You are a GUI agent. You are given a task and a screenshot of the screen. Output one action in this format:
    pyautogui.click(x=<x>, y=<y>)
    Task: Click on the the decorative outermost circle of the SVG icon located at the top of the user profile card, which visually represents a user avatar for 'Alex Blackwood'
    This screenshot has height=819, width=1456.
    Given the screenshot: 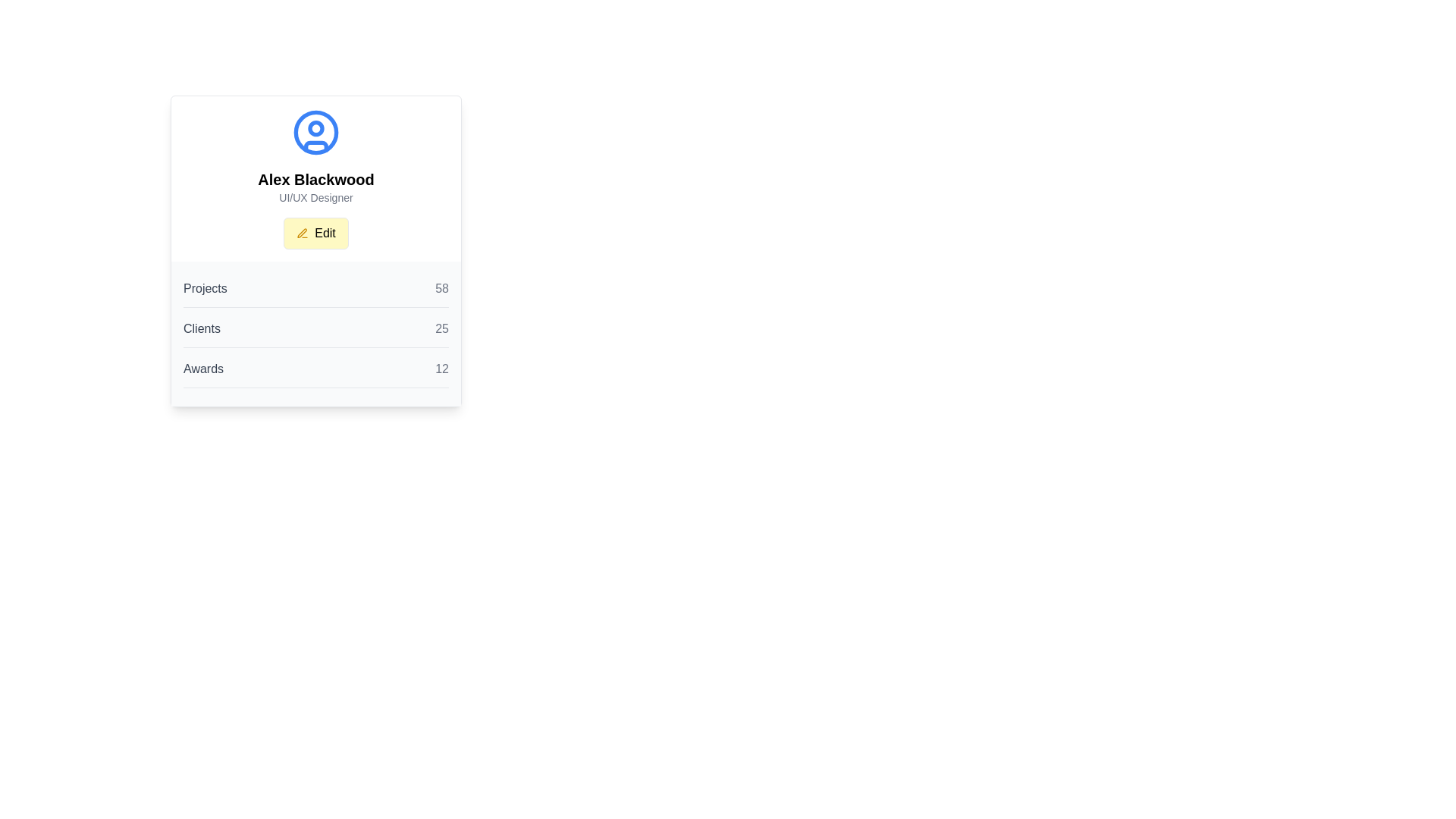 What is the action you would take?
    pyautogui.click(x=315, y=131)
    